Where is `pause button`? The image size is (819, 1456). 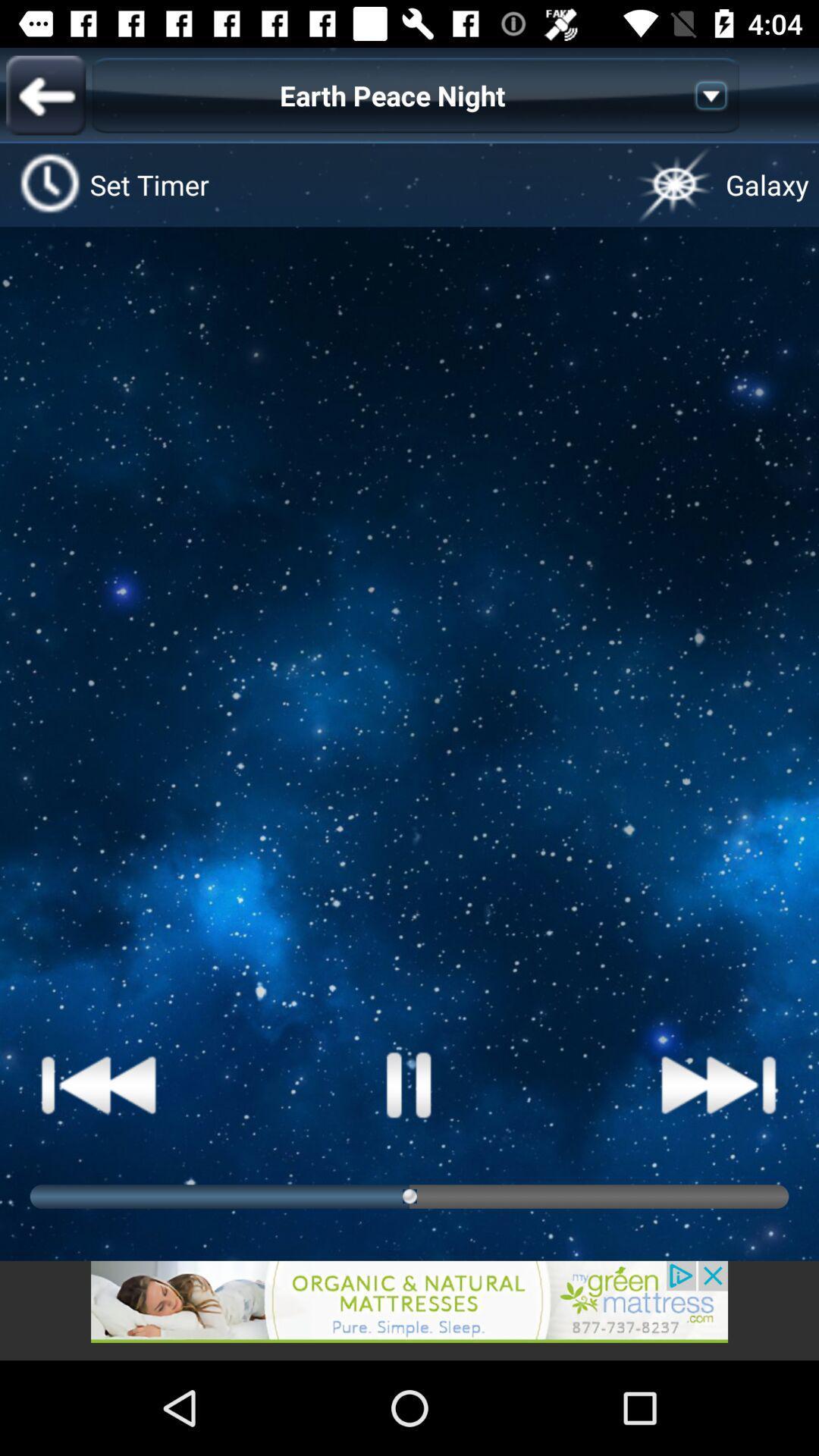
pause button is located at coordinates (409, 1084).